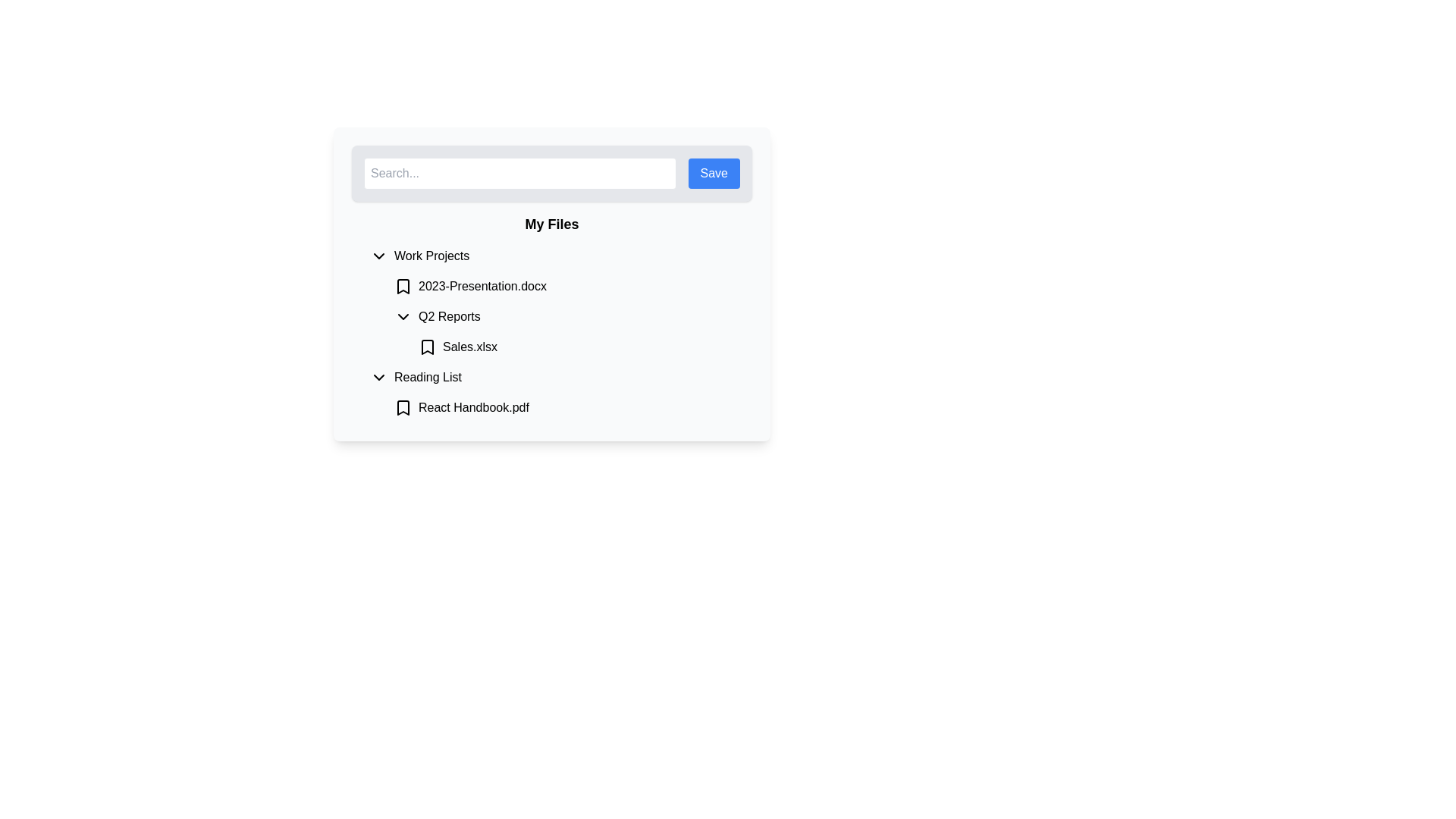  I want to click on the text label displaying 'React Handbook.pdf' in the 'Reading List' section, so click(472, 406).